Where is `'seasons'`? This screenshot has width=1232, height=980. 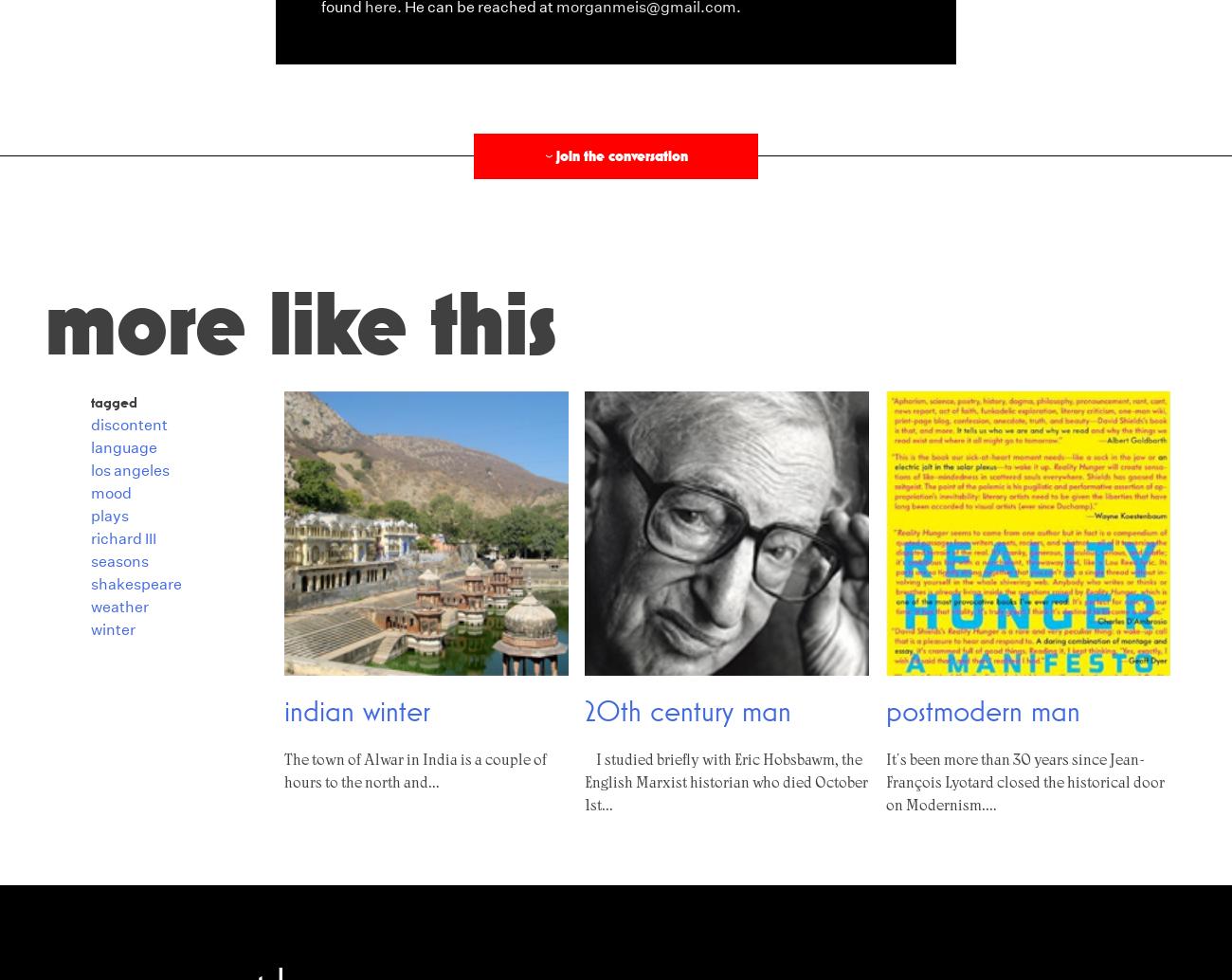 'seasons' is located at coordinates (118, 560).